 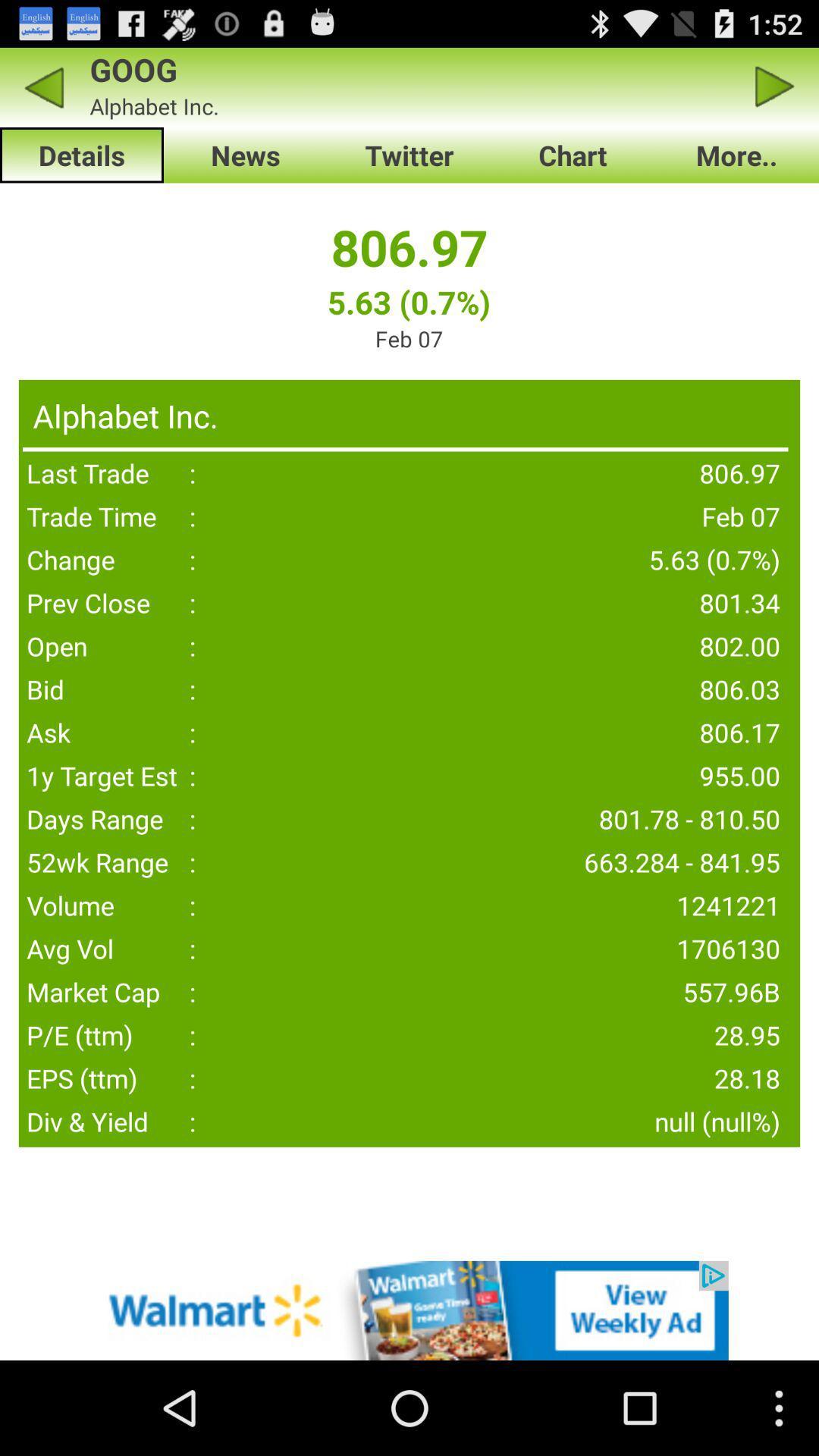 What do you see at coordinates (409, 1310) in the screenshot?
I see `click on advertisements` at bounding box center [409, 1310].